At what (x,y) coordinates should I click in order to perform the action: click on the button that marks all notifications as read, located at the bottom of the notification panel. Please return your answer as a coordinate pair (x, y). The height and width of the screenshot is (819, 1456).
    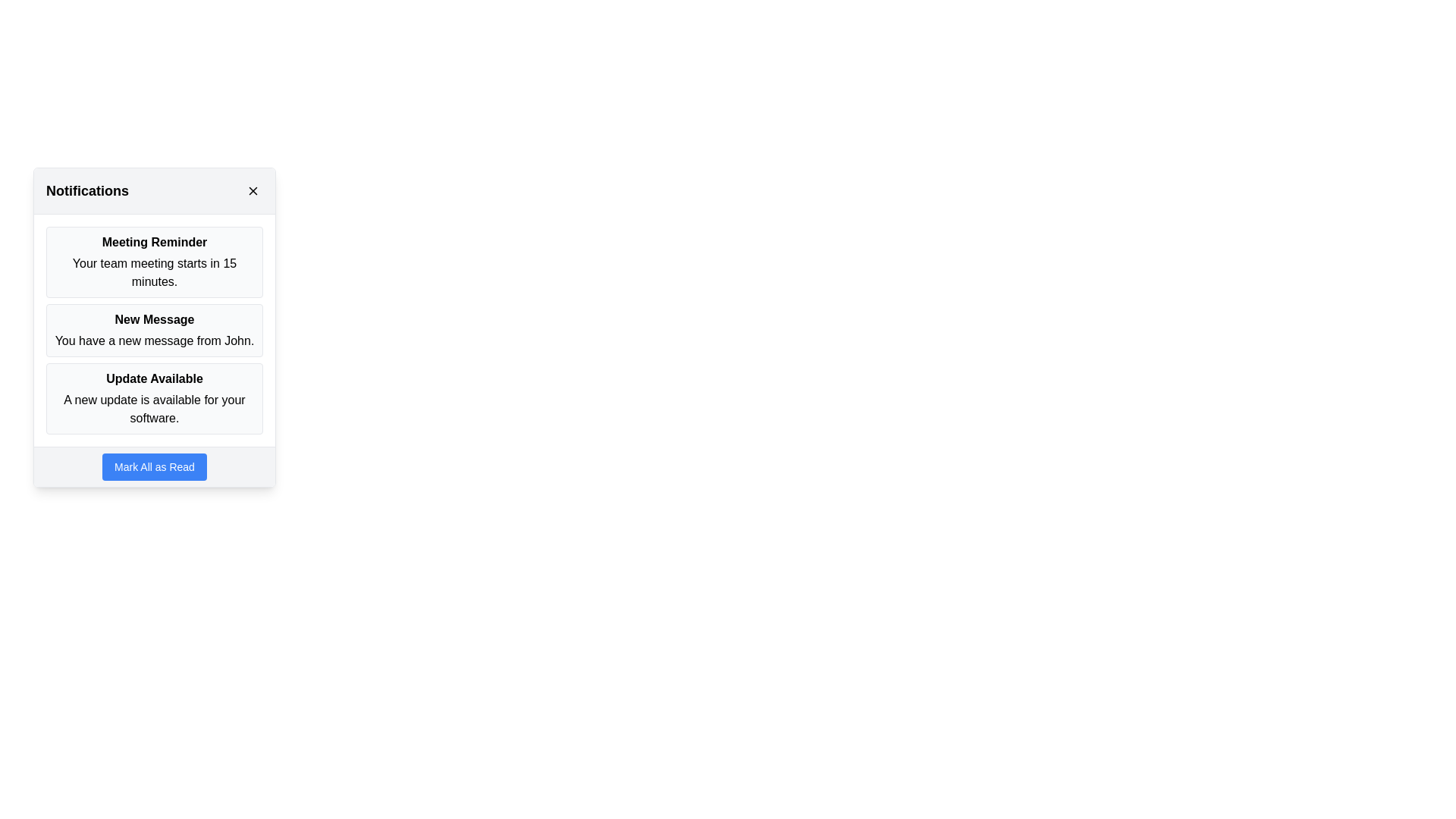
    Looking at the image, I should click on (154, 466).